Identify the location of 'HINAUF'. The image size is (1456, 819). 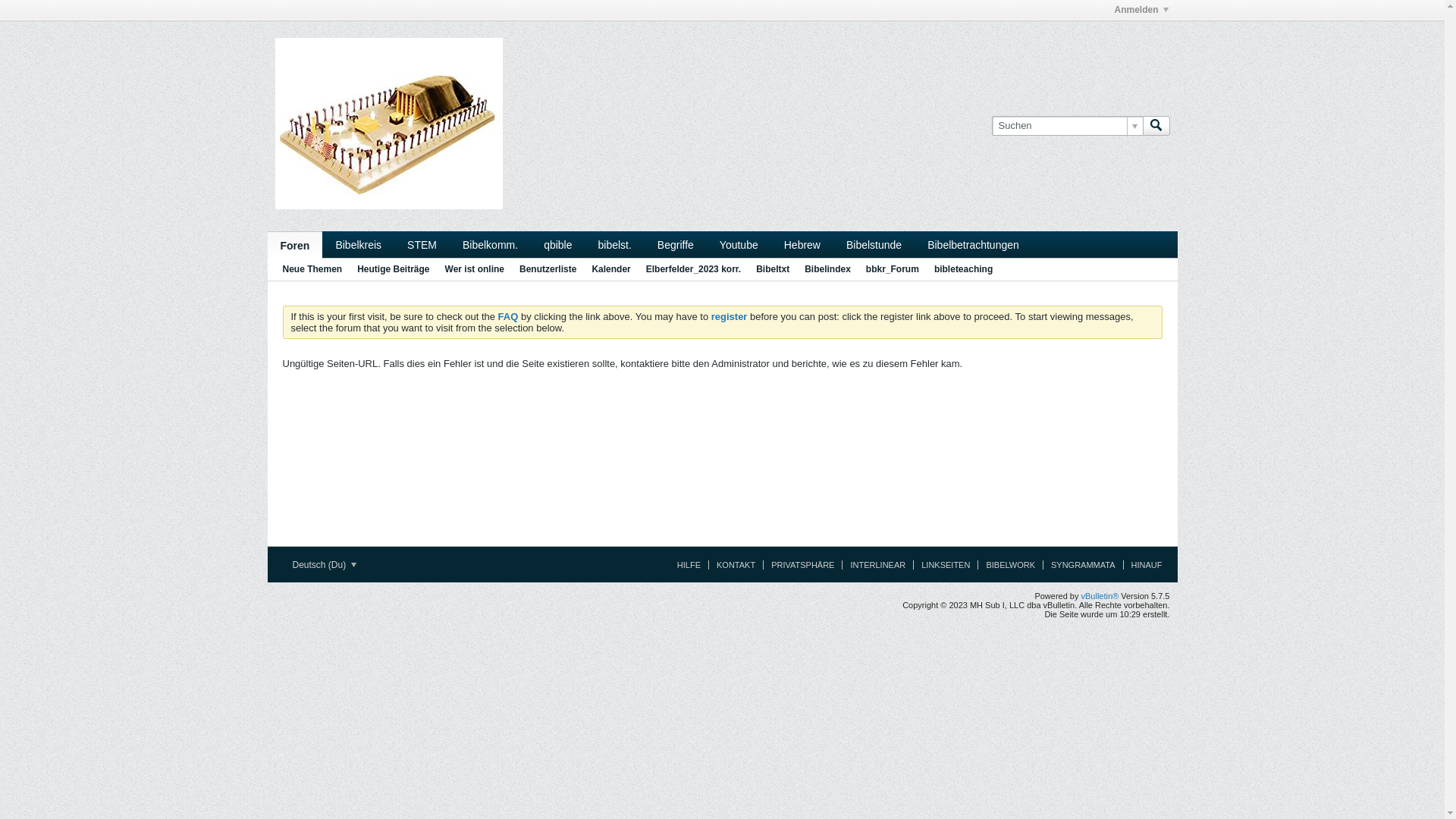
(1143, 564).